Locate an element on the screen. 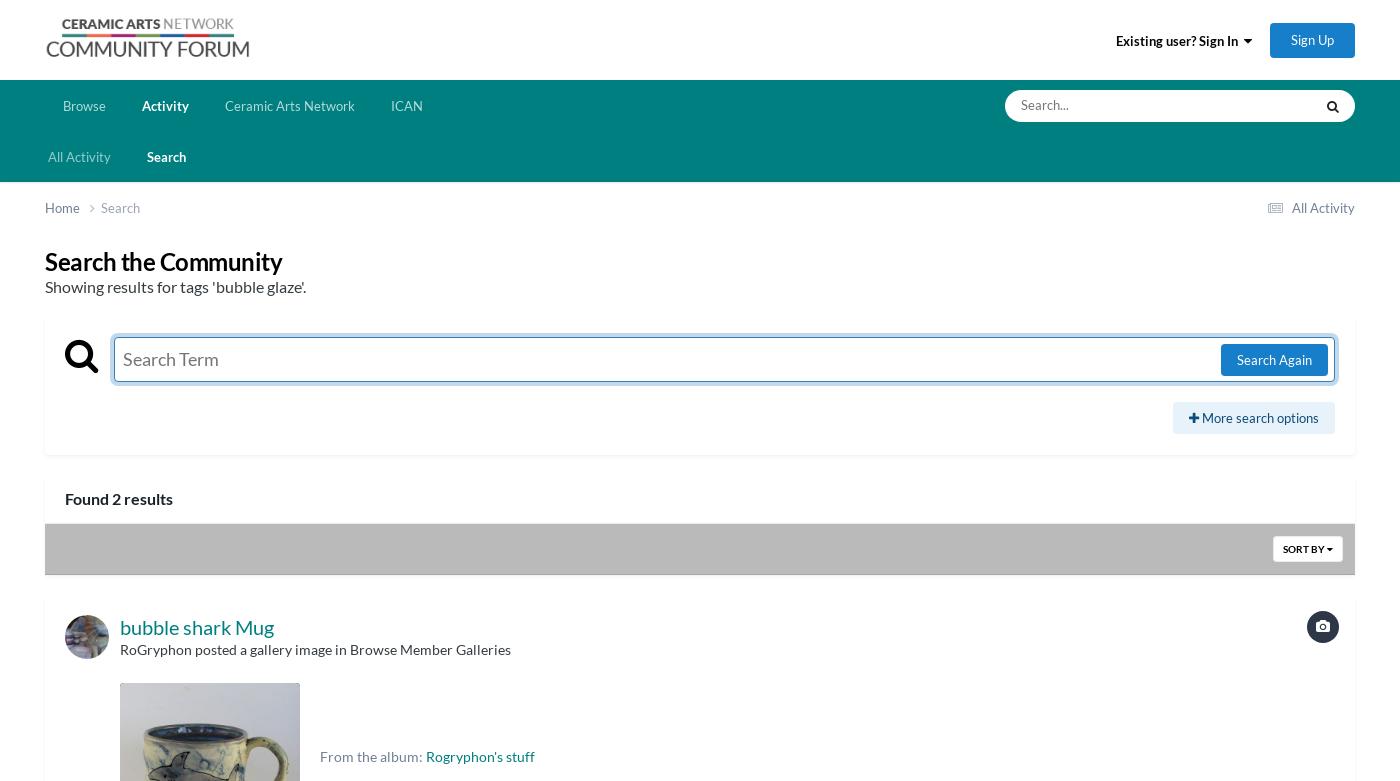 This screenshot has height=781, width=1400. 'Showing results for tags 'bubble glaze'.' is located at coordinates (175, 286).